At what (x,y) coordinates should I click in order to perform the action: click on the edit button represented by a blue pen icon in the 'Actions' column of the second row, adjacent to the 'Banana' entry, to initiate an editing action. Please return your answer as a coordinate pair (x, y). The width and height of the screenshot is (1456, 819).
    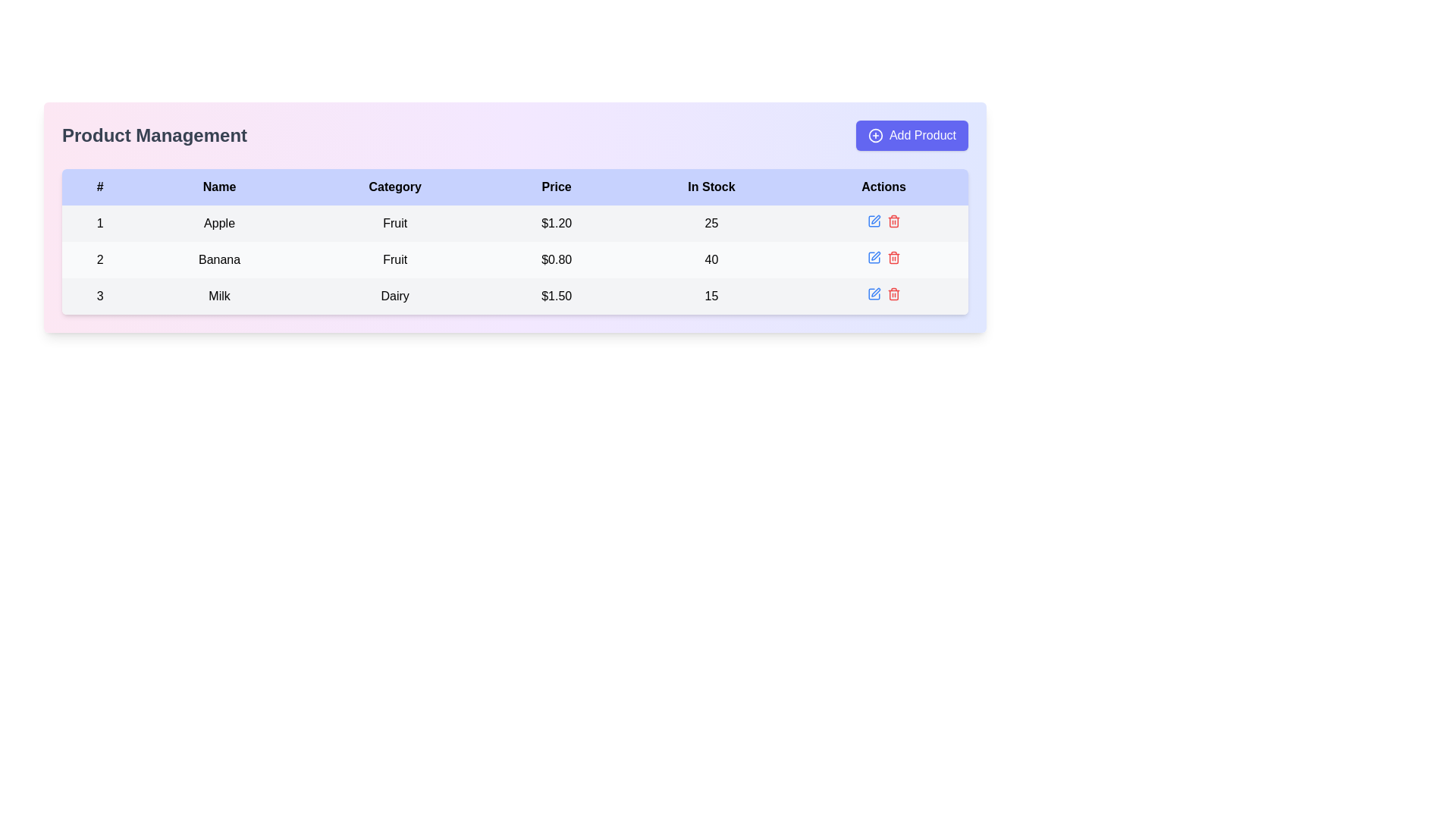
    Looking at the image, I should click on (875, 255).